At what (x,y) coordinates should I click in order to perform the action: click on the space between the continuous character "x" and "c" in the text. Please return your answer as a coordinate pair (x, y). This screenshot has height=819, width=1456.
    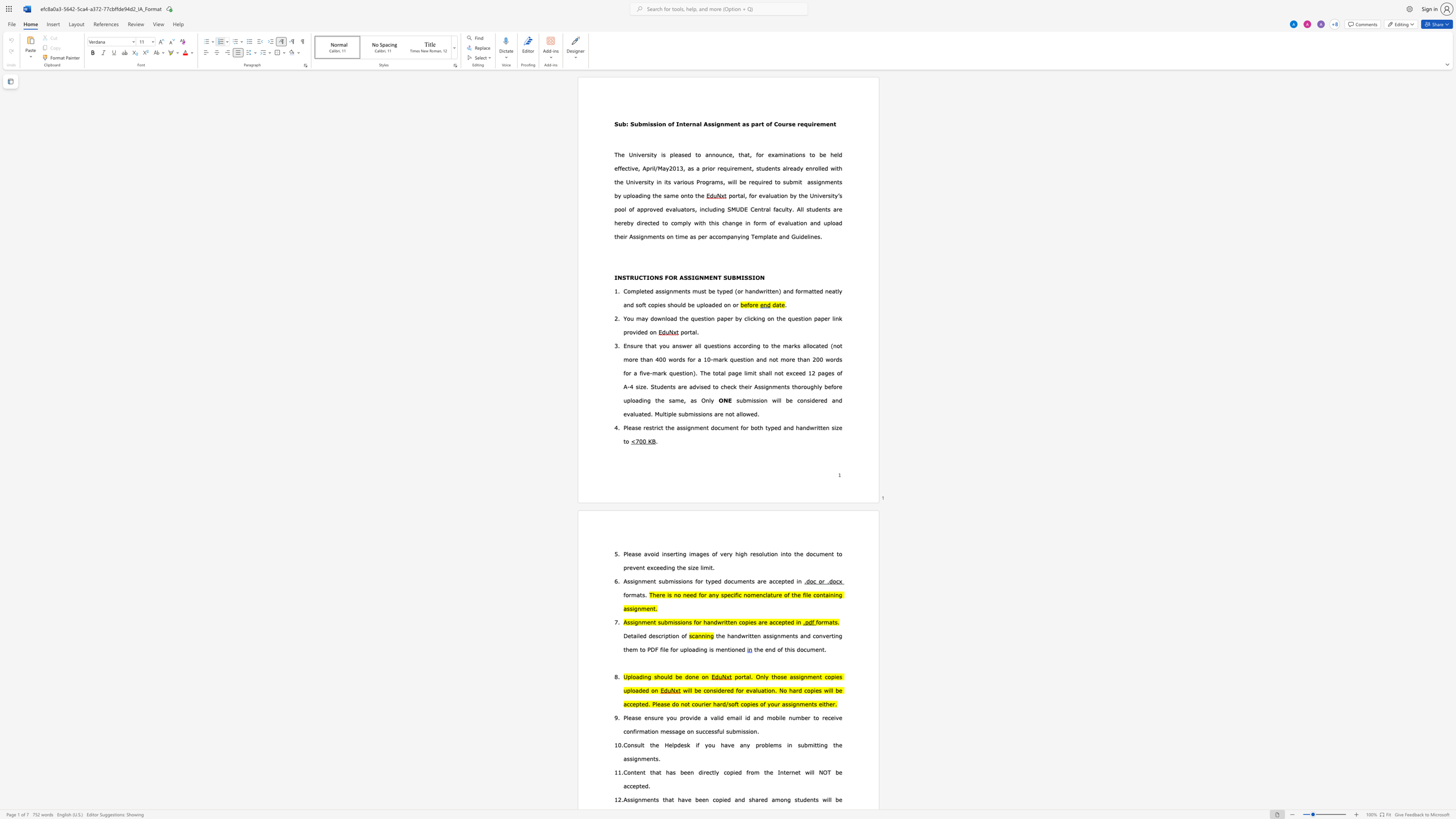
    Looking at the image, I should click on (653, 567).